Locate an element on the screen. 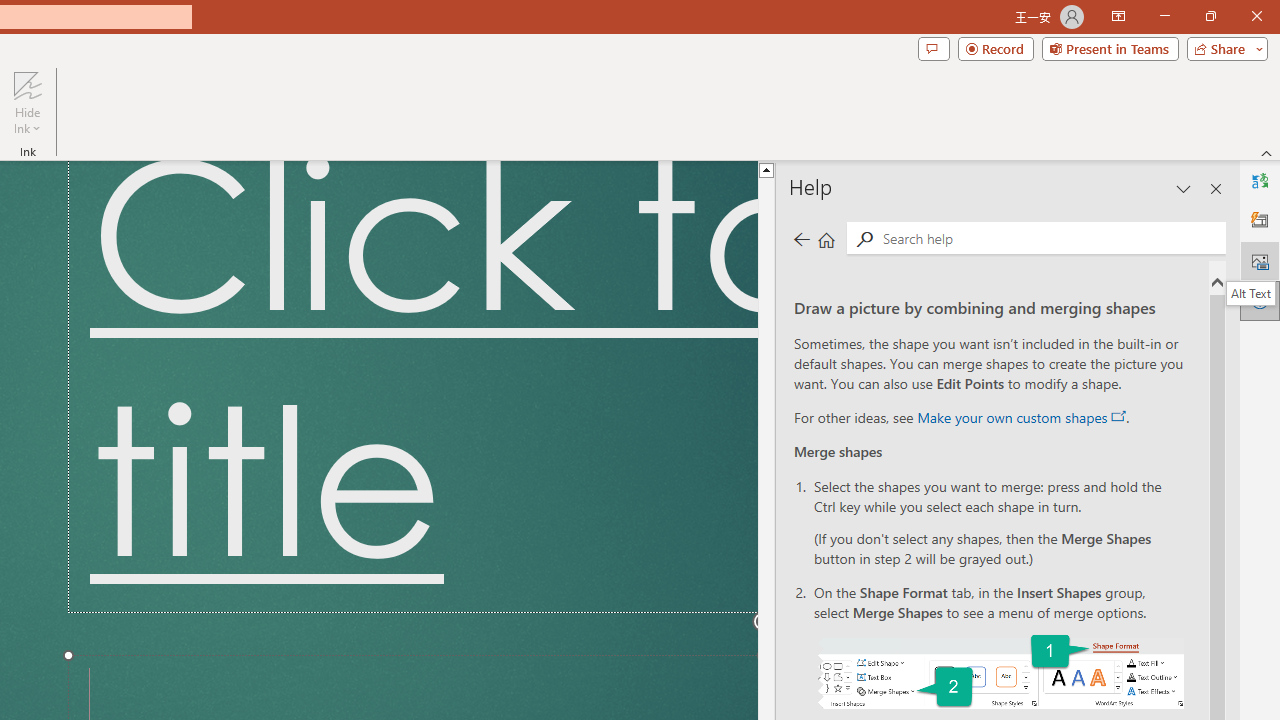  'Alt Text' is located at coordinates (1250, 293).